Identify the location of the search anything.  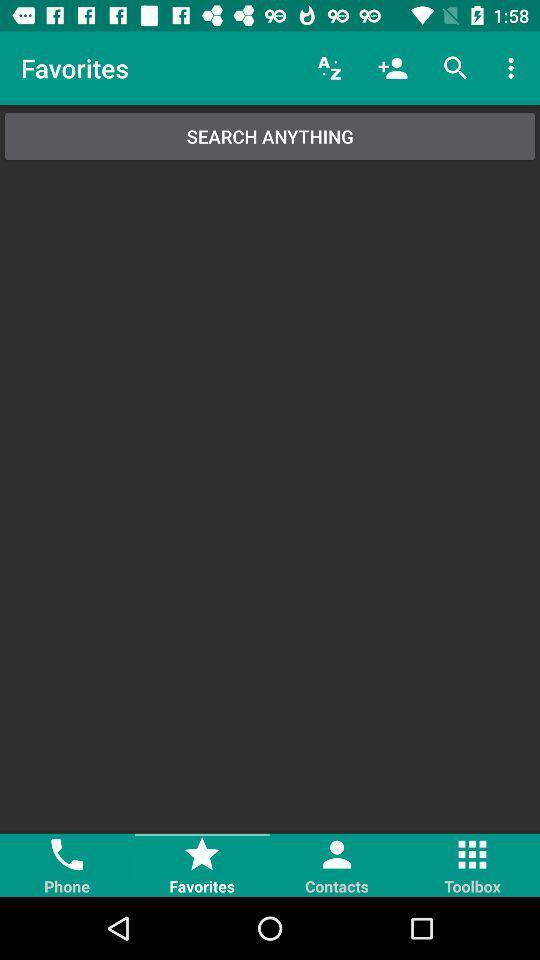
(270, 135).